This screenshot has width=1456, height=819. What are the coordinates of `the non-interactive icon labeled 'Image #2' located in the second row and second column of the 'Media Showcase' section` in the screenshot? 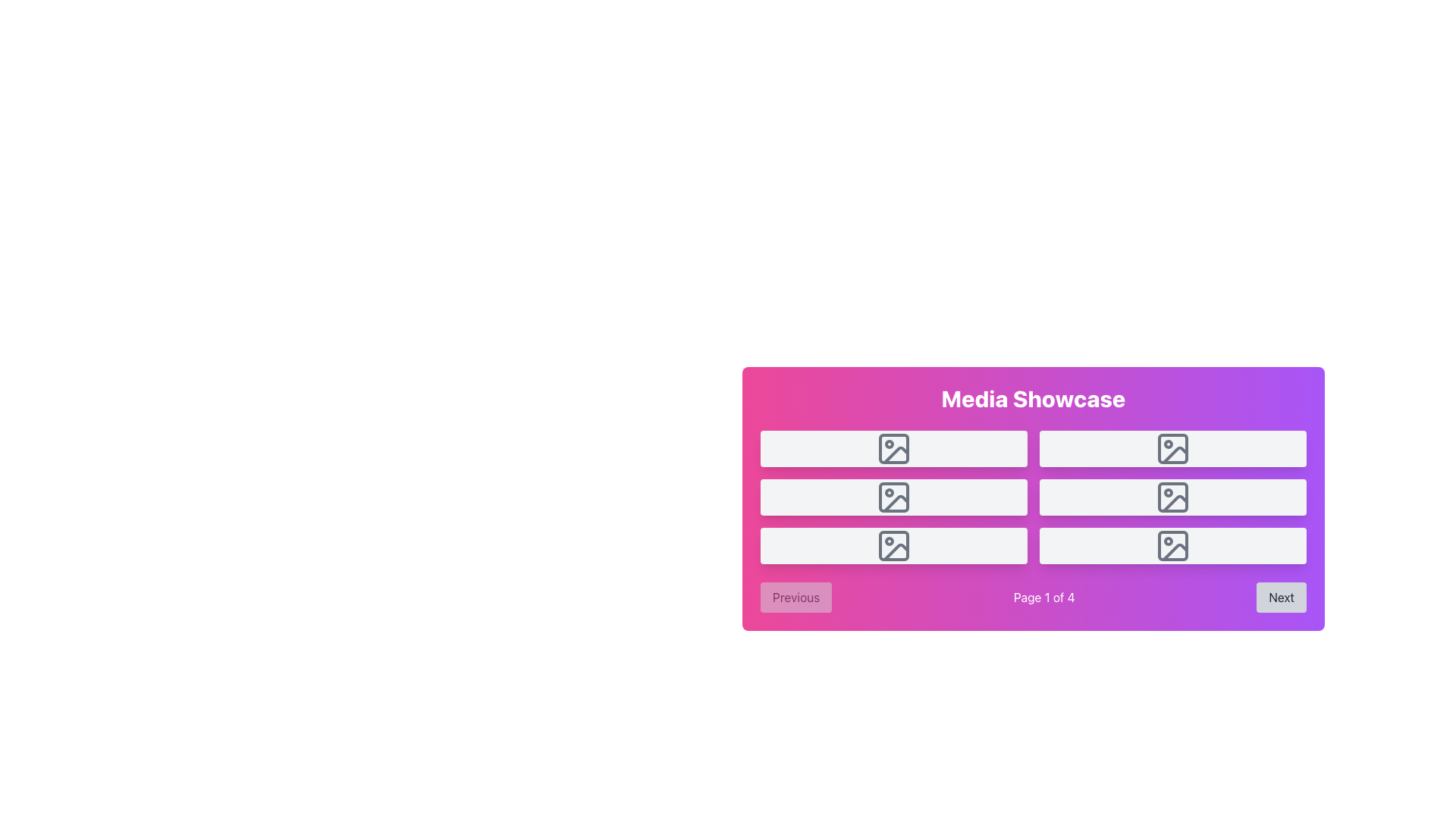 It's located at (1172, 447).